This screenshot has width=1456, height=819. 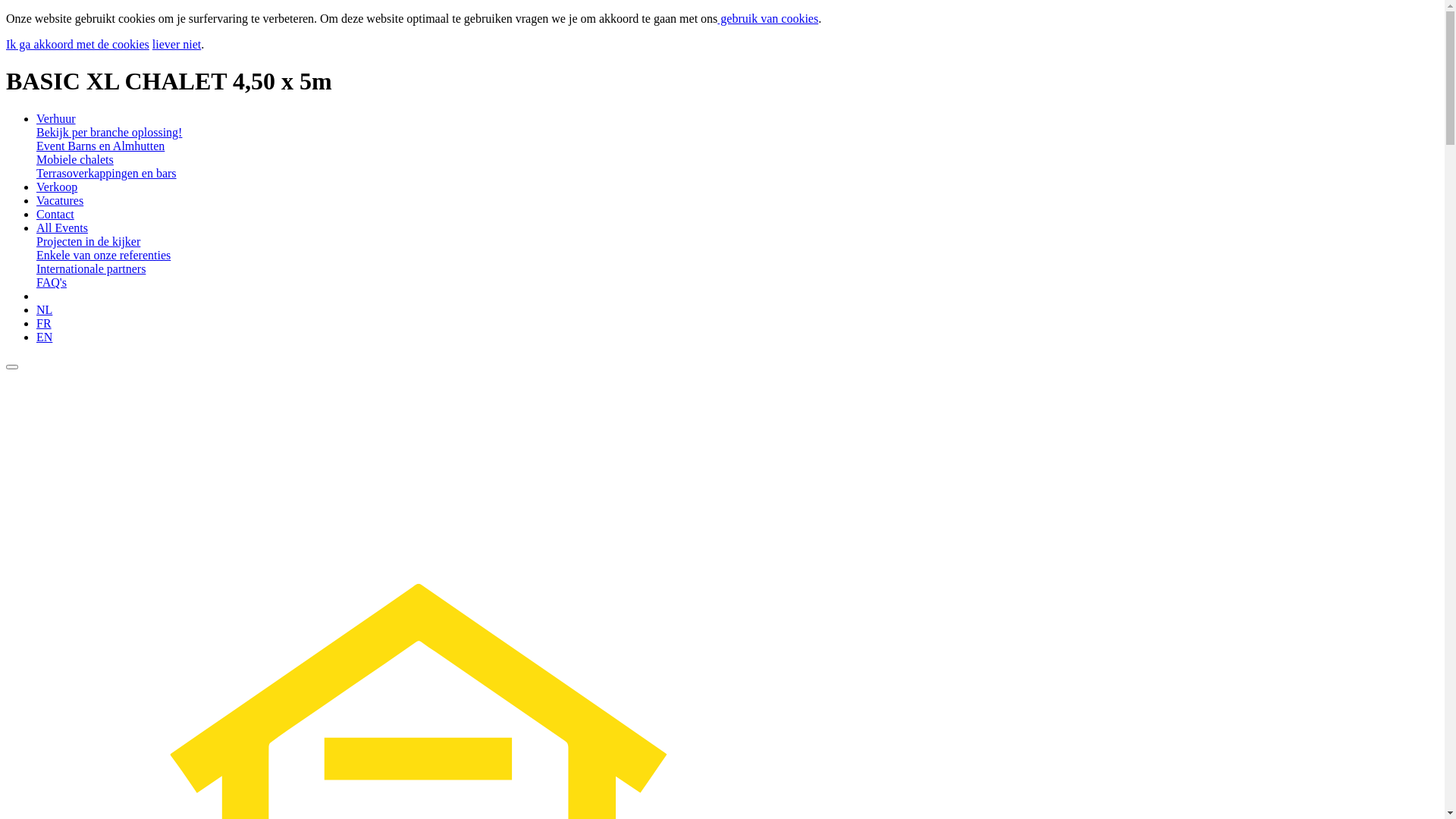 What do you see at coordinates (44, 309) in the screenshot?
I see `'NL'` at bounding box center [44, 309].